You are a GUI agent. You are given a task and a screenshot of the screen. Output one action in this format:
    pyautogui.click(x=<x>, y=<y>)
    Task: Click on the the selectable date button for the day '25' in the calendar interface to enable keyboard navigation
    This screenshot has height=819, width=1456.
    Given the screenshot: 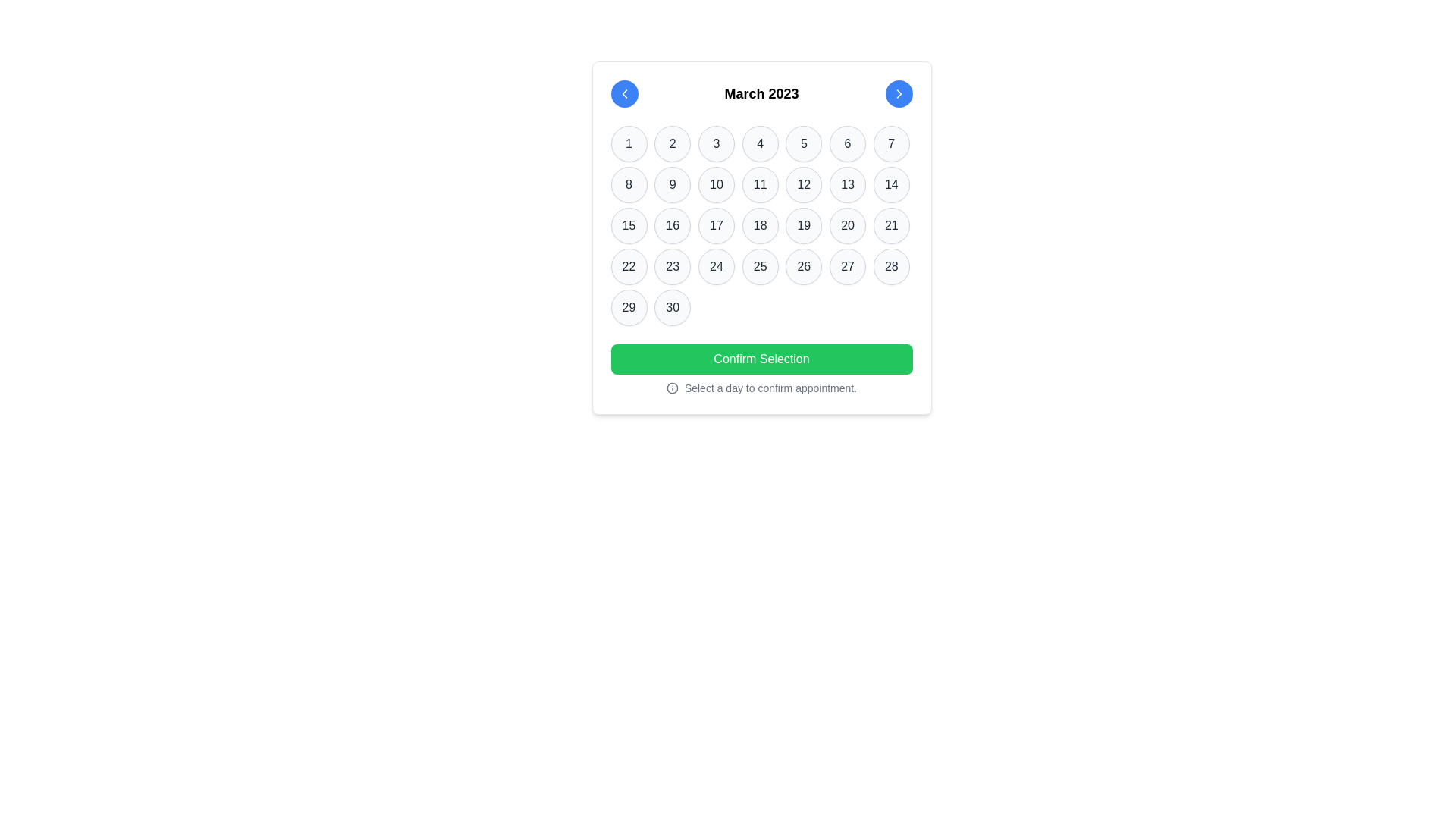 What is the action you would take?
    pyautogui.click(x=760, y=265)
    